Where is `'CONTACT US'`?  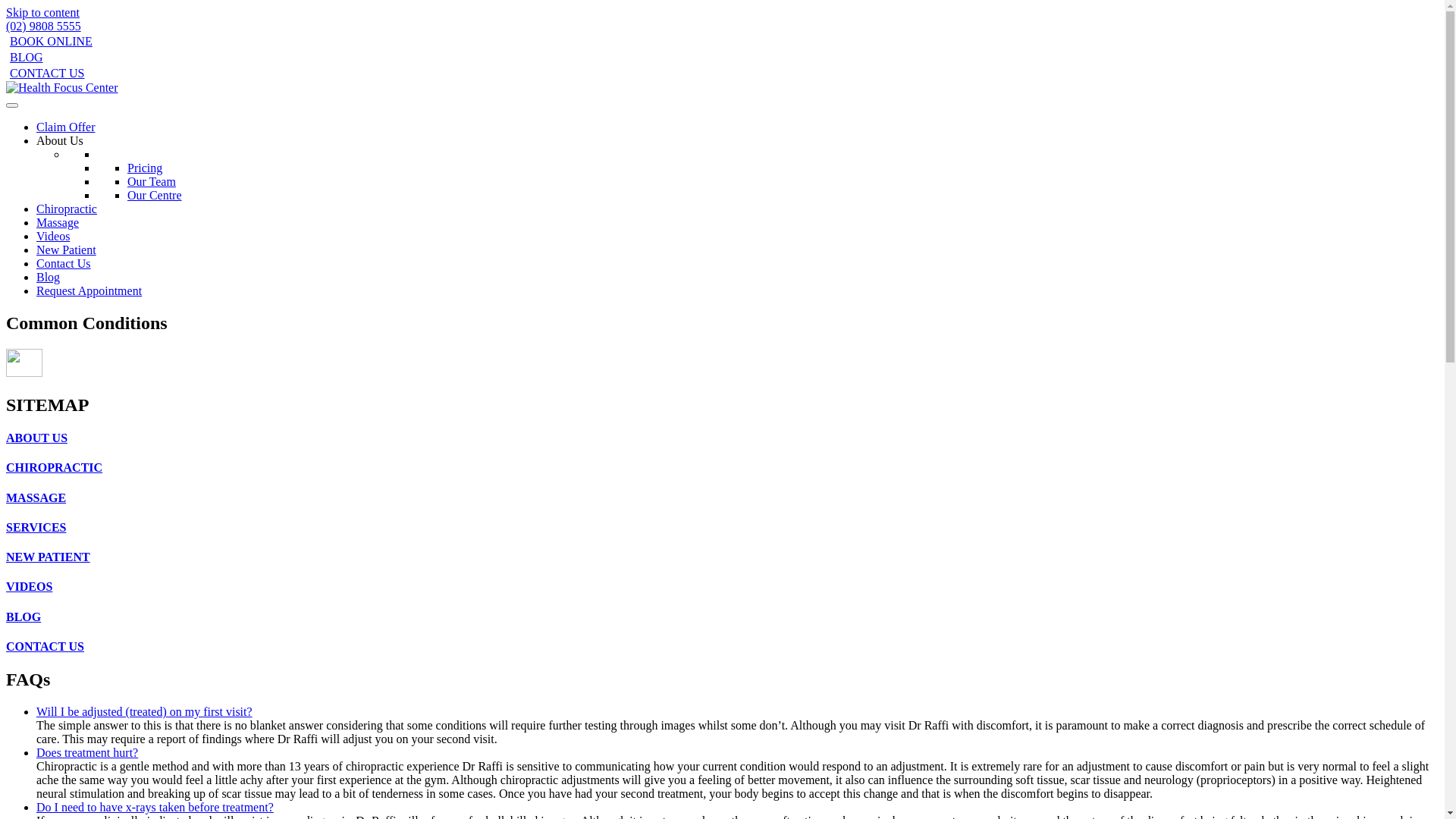
'CONTACT US' is located at coordinates (45, 73).